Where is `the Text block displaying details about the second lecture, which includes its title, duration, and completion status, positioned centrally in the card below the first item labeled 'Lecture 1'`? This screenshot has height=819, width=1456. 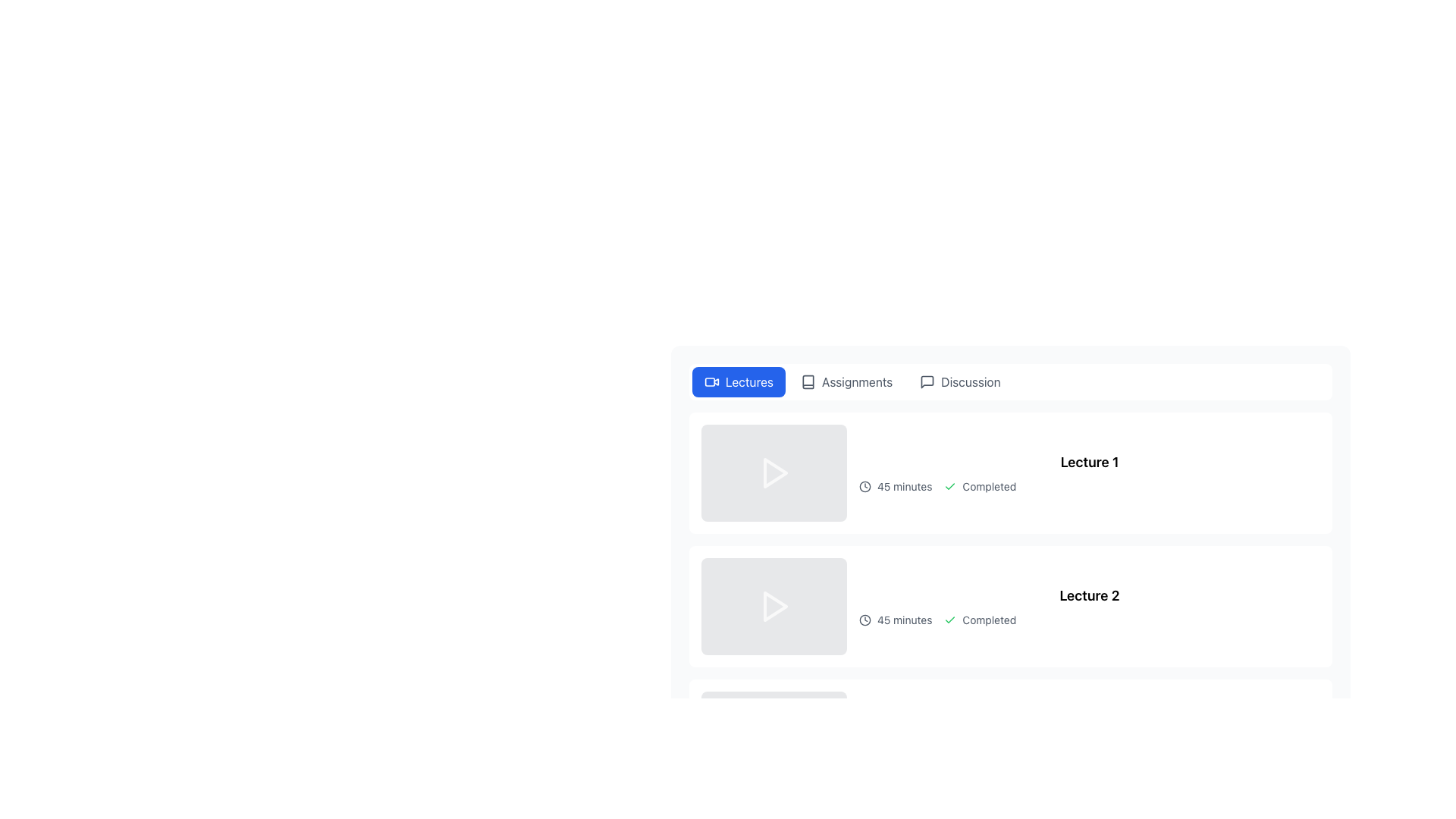 the Text block displaying details about the second lecture, which includes its title, duration, and completion status, positioned centrally in the card below the first item labeled 'Lecture 1' is located at coordinates (1088, 605).